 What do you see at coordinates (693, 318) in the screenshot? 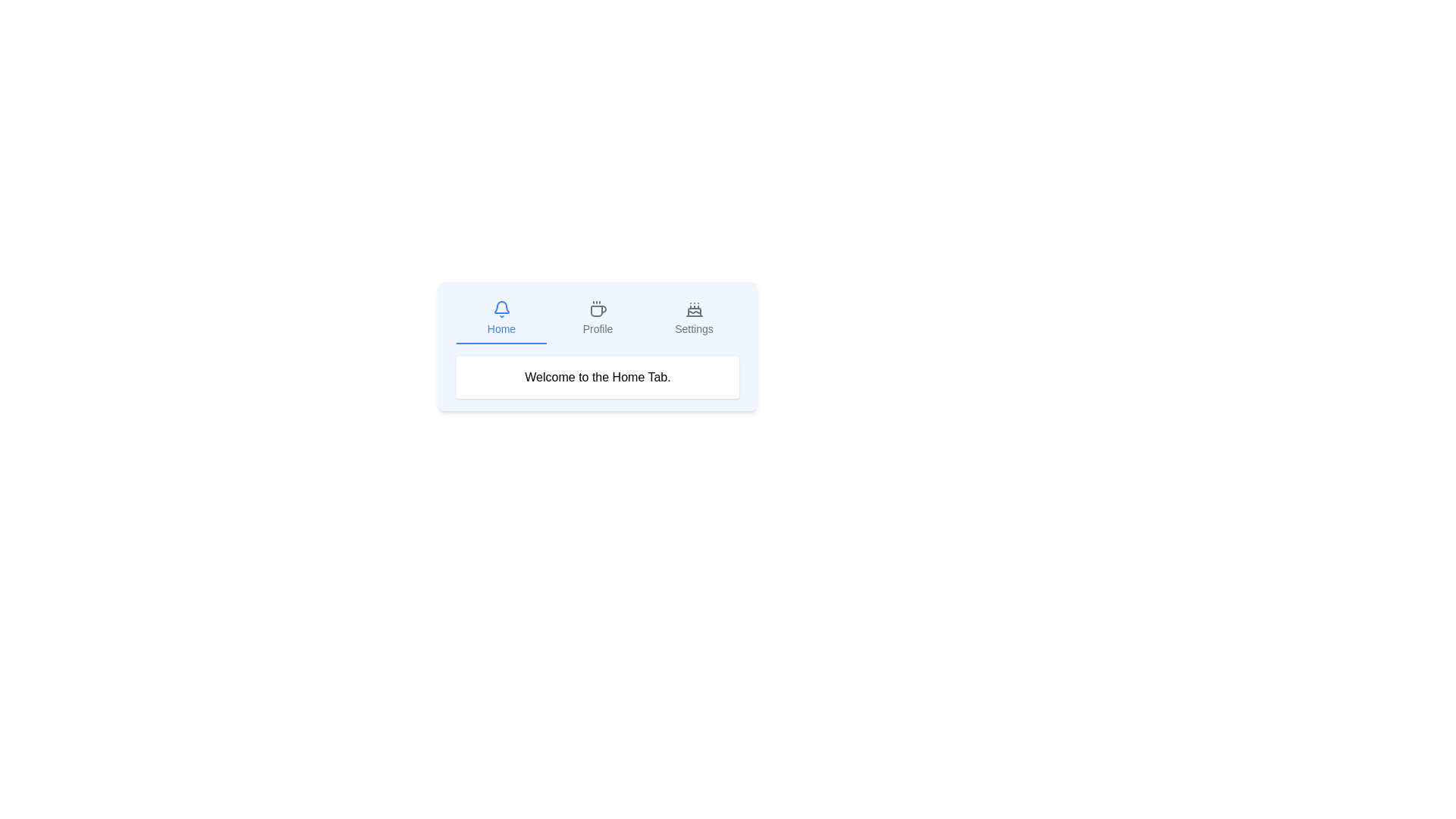
I see `the Settings tab by clicking on its button` at bounding box center [693, 318].